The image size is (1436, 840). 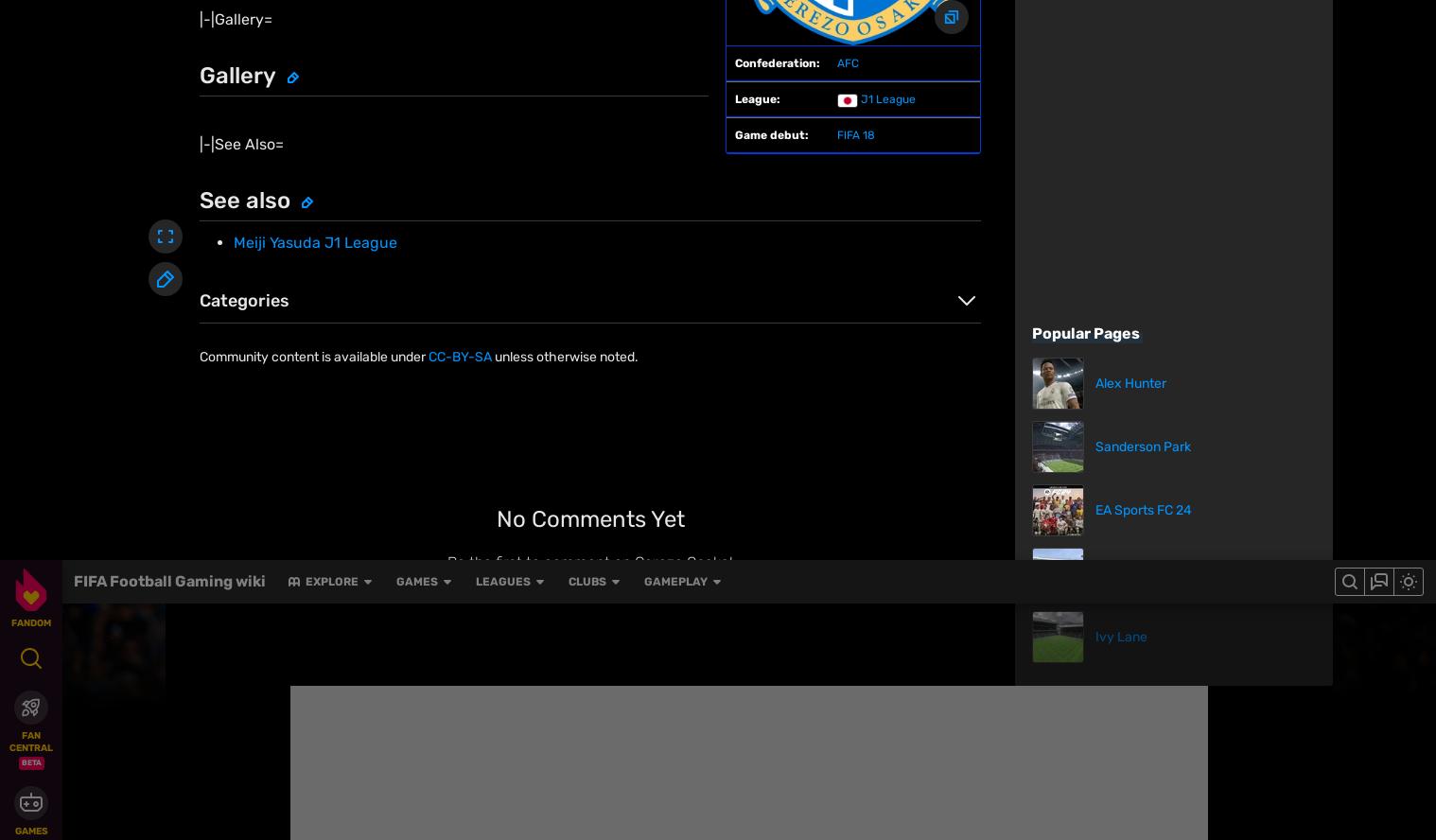 I want to click on 'Support', so click(x=757, y=781).